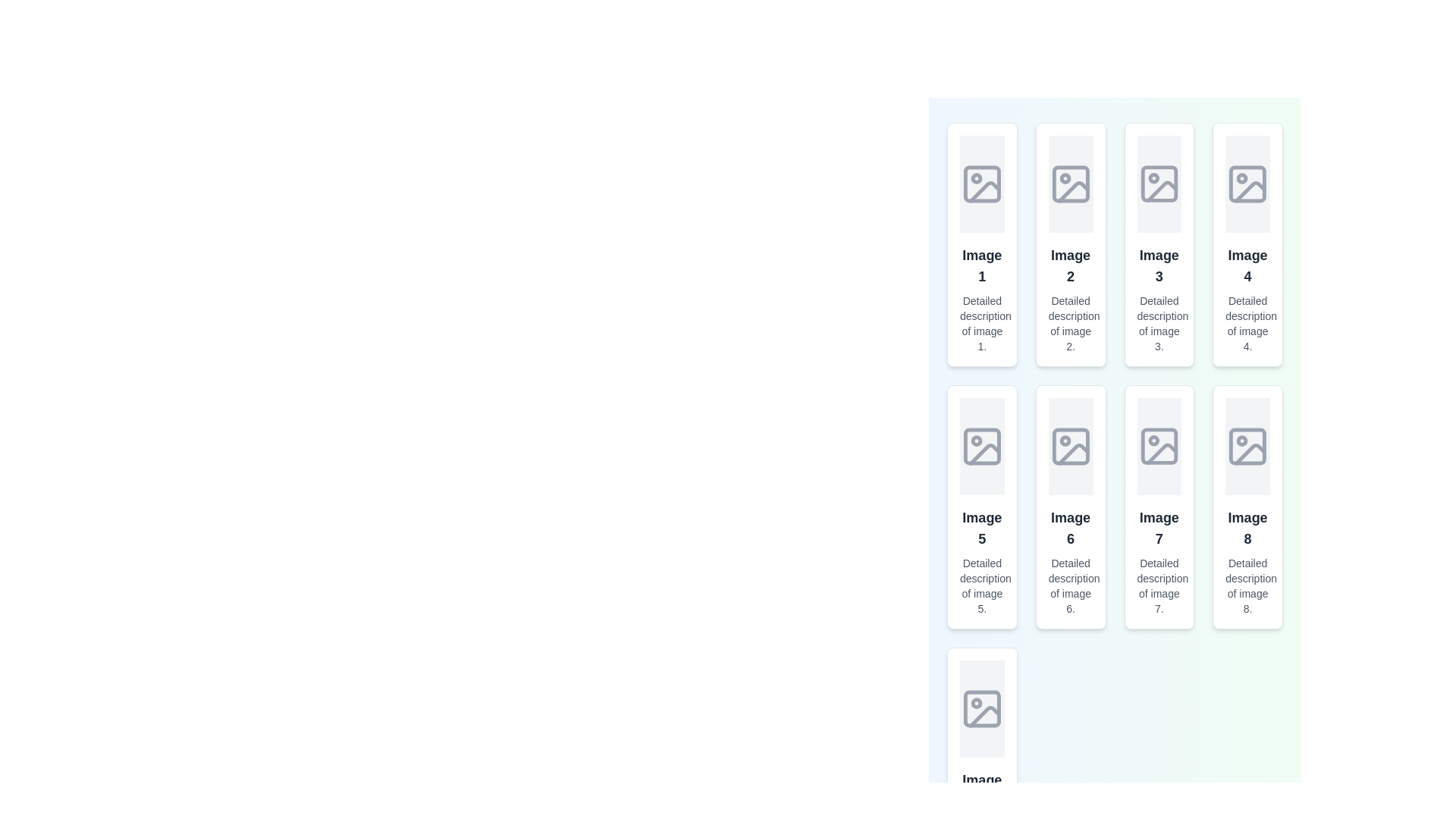  Describe the element at coordinates (1242, 441) in the screenshot. I see `the small circular icon with a gray outline located in the top-left corner of the 'Image 8' section of the image grid` at that location.